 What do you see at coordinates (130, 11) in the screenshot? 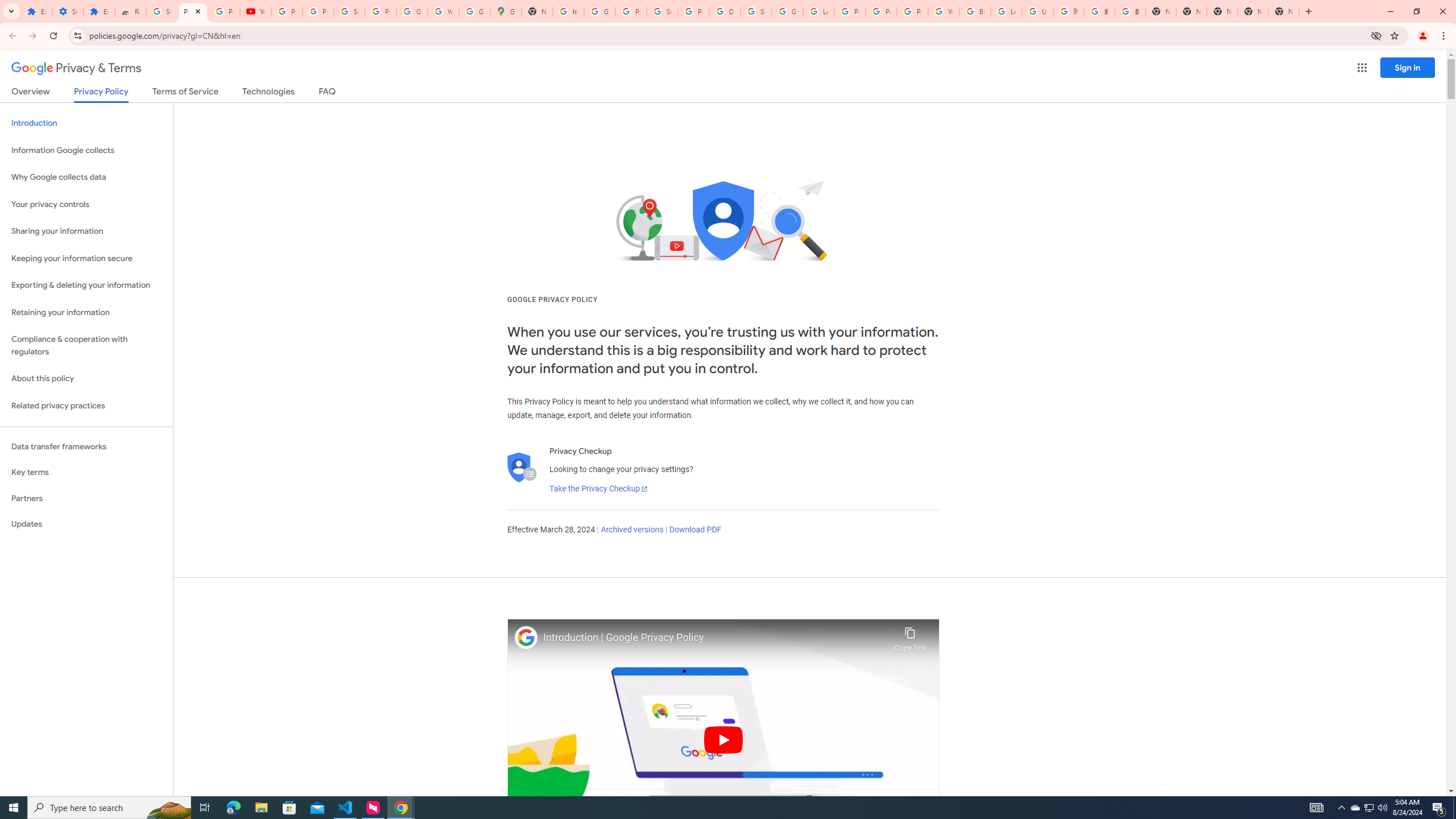
I see `'Reviews: Helix Fruit Jump Arcade Game'` at bounding box center [130, 11].